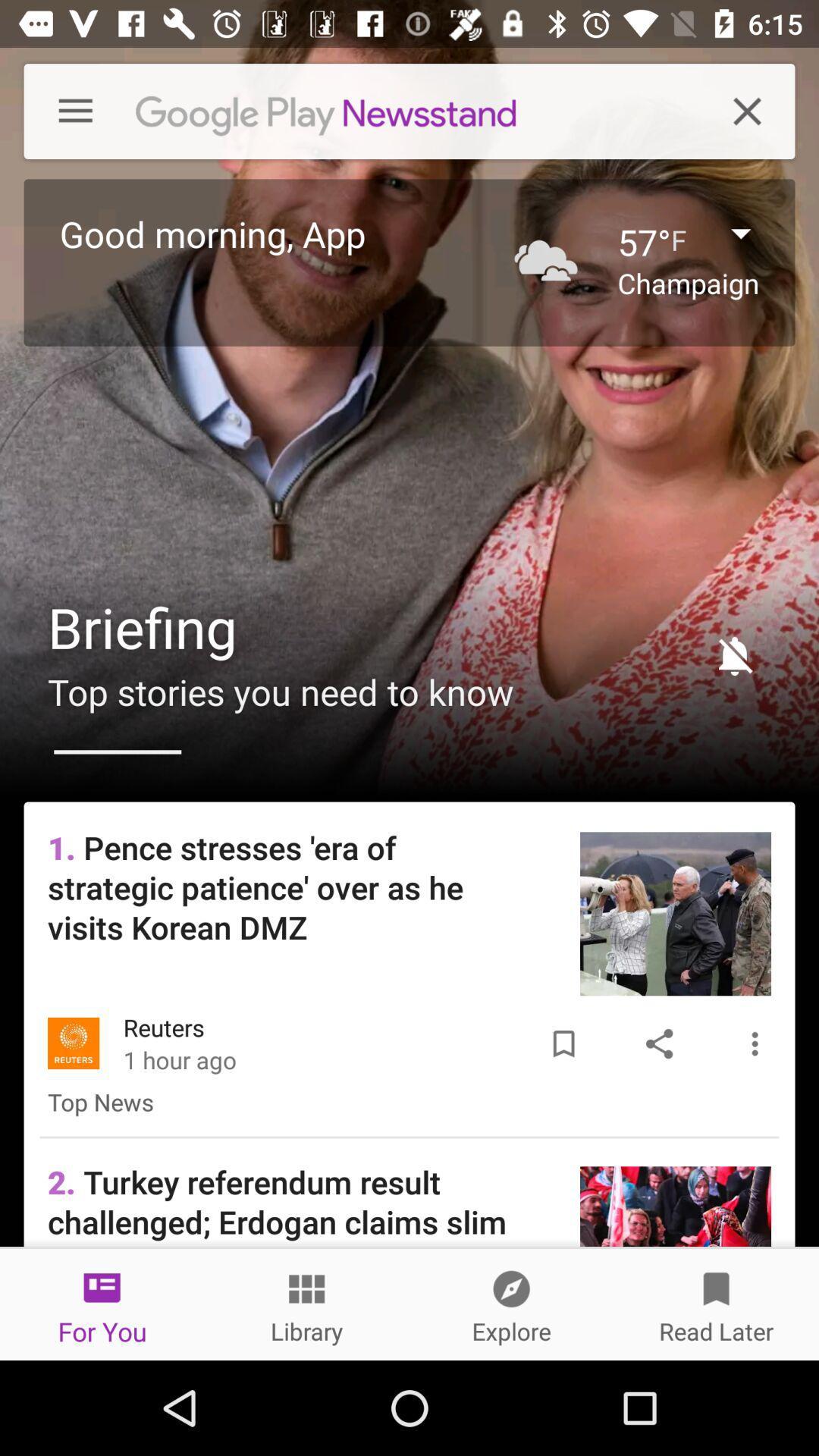 The image size is (819, 1456). I want to click on item next to briefing item, so click(728, 655).